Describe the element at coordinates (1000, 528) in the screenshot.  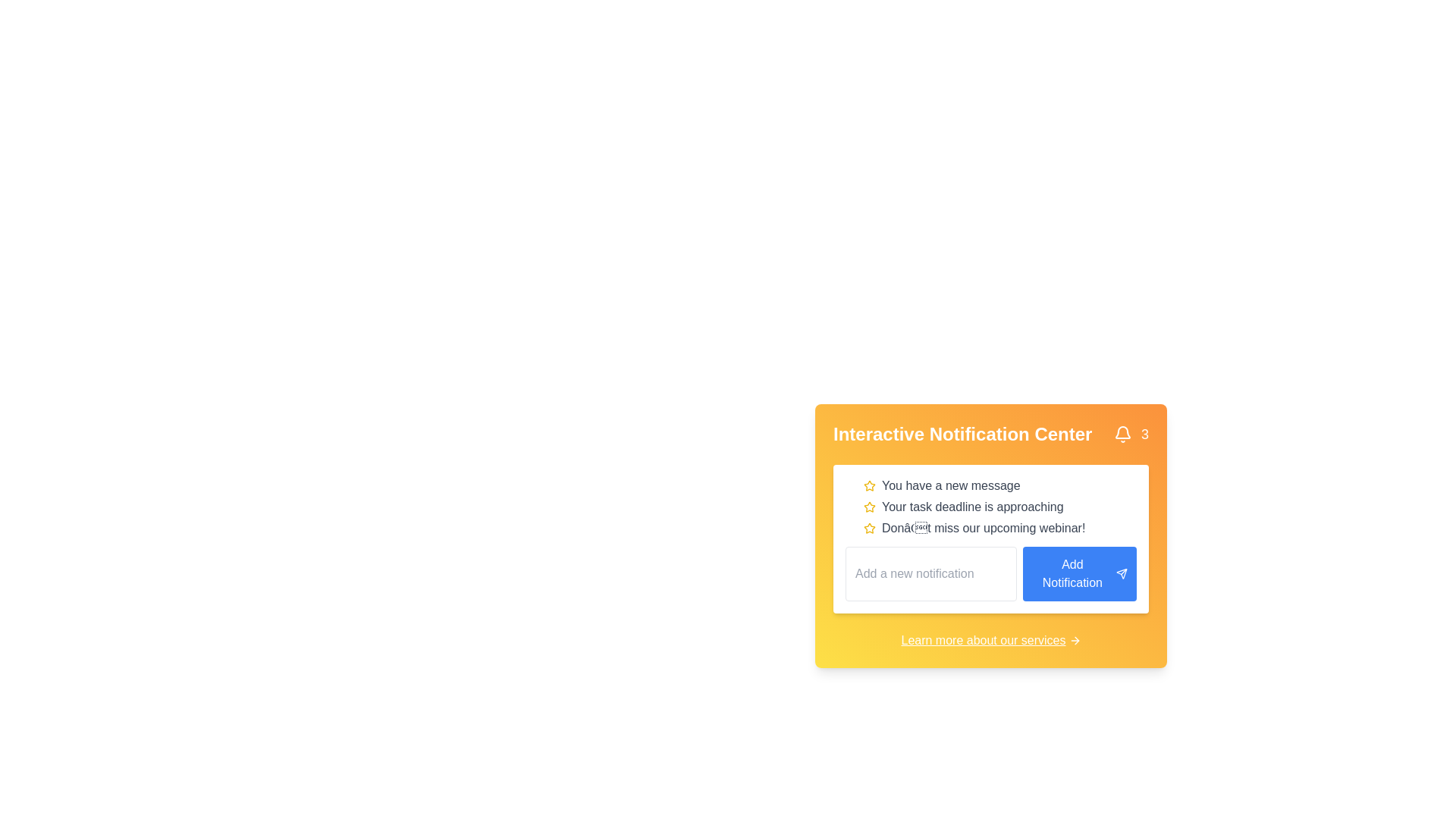
I see `the notification text 'Don't miss our upcoming webinar!' with the yellow star icon, which is the third item in the 'Interactive Notification Center' widget` at that location.